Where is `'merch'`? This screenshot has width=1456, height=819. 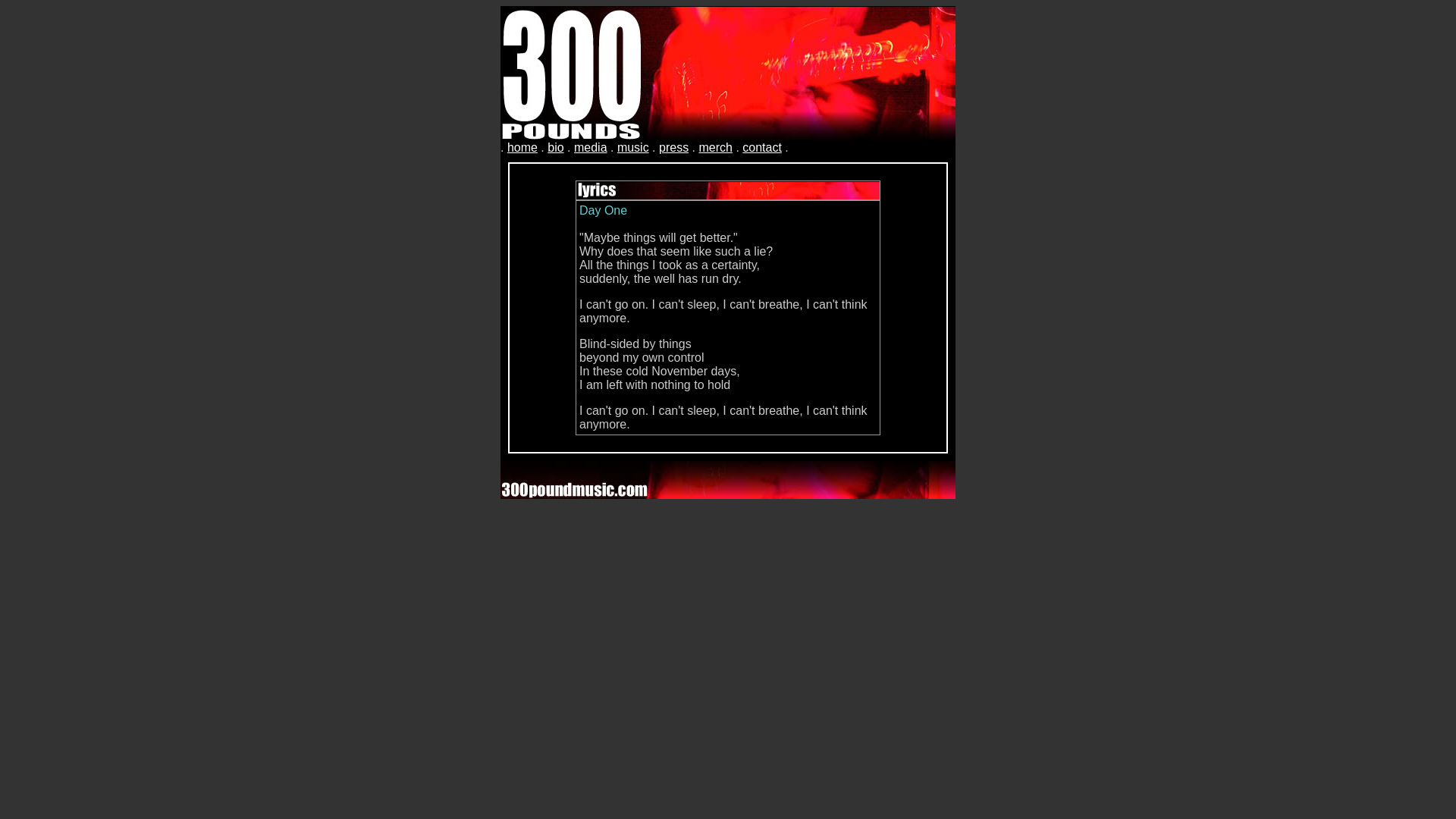
'merch' is located at coordinates (714, 147).